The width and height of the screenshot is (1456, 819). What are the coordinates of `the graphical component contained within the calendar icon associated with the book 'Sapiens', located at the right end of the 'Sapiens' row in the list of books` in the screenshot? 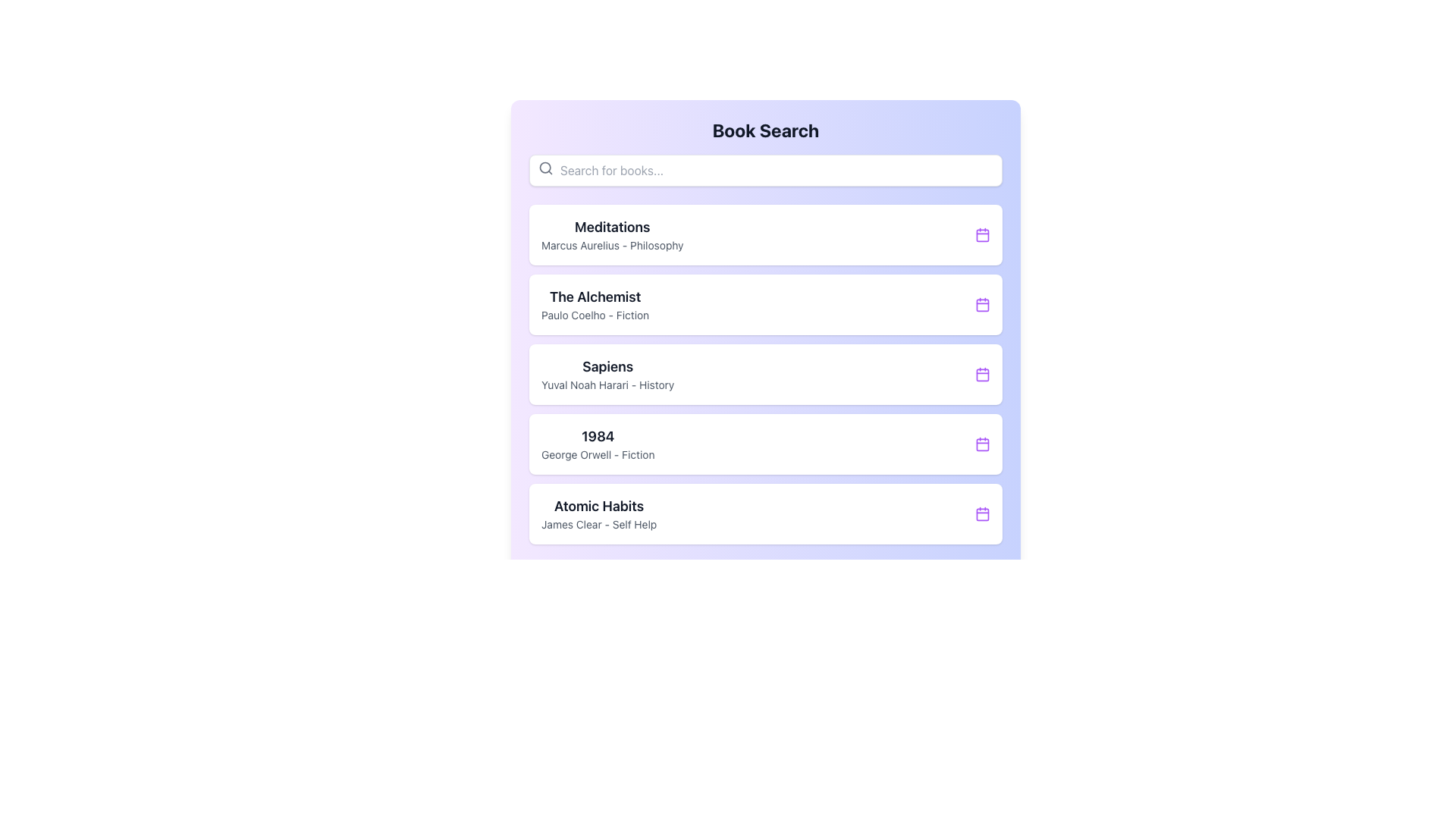 It's located at (983, 374).